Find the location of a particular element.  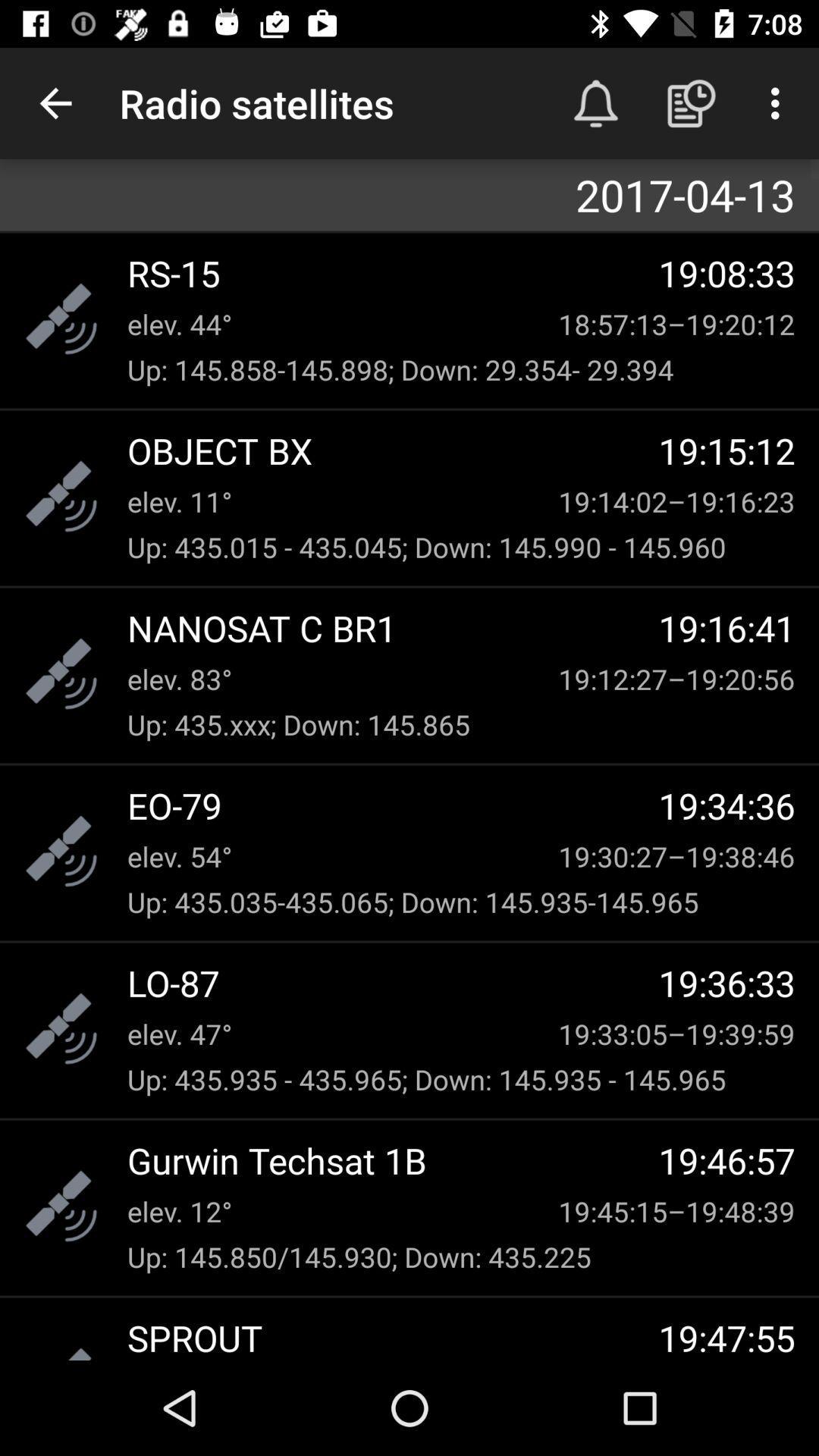

object bx icon is located at coordinates (392, 450).